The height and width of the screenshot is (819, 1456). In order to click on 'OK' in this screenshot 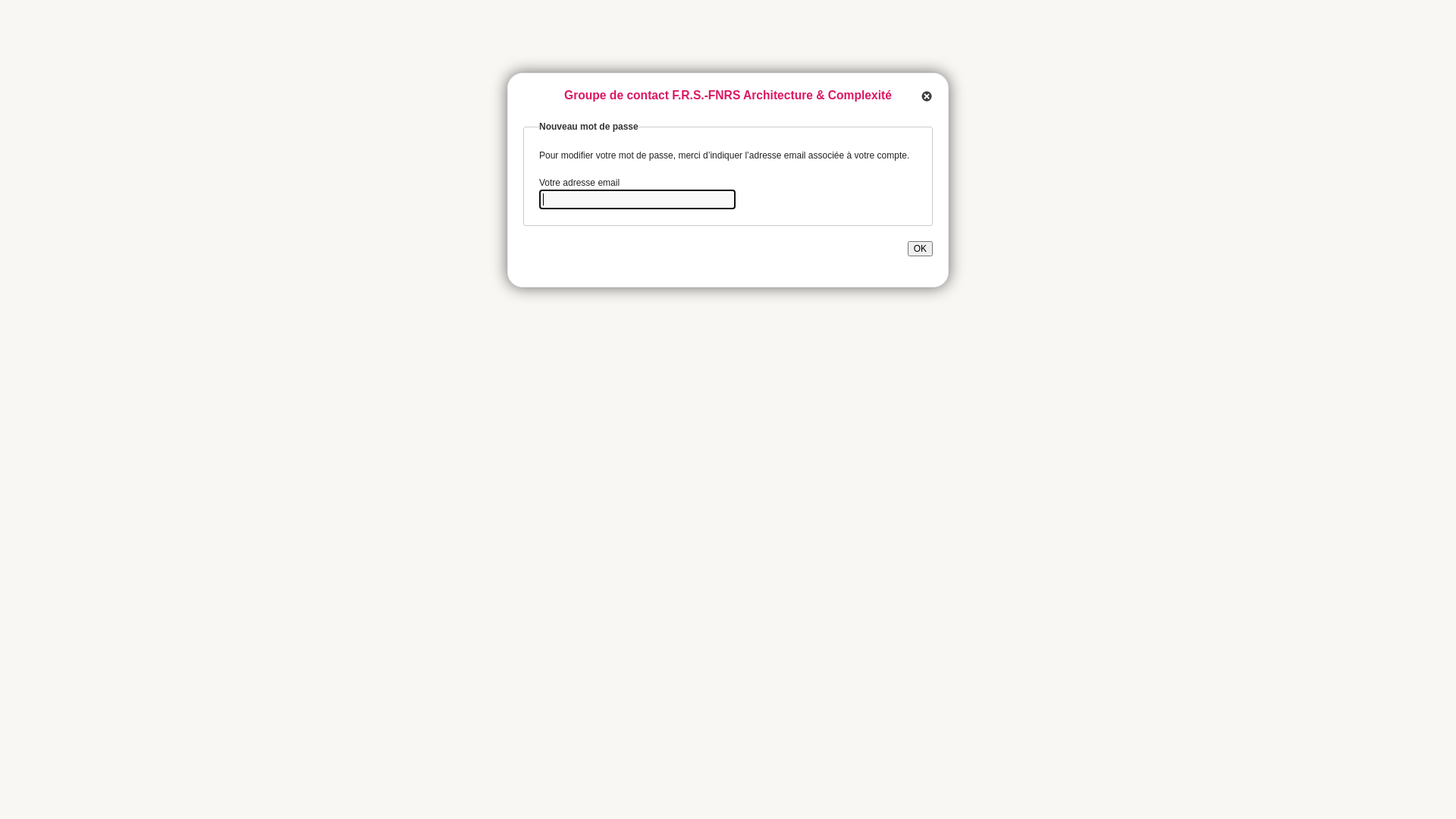, I will do `click(907, 247)`.